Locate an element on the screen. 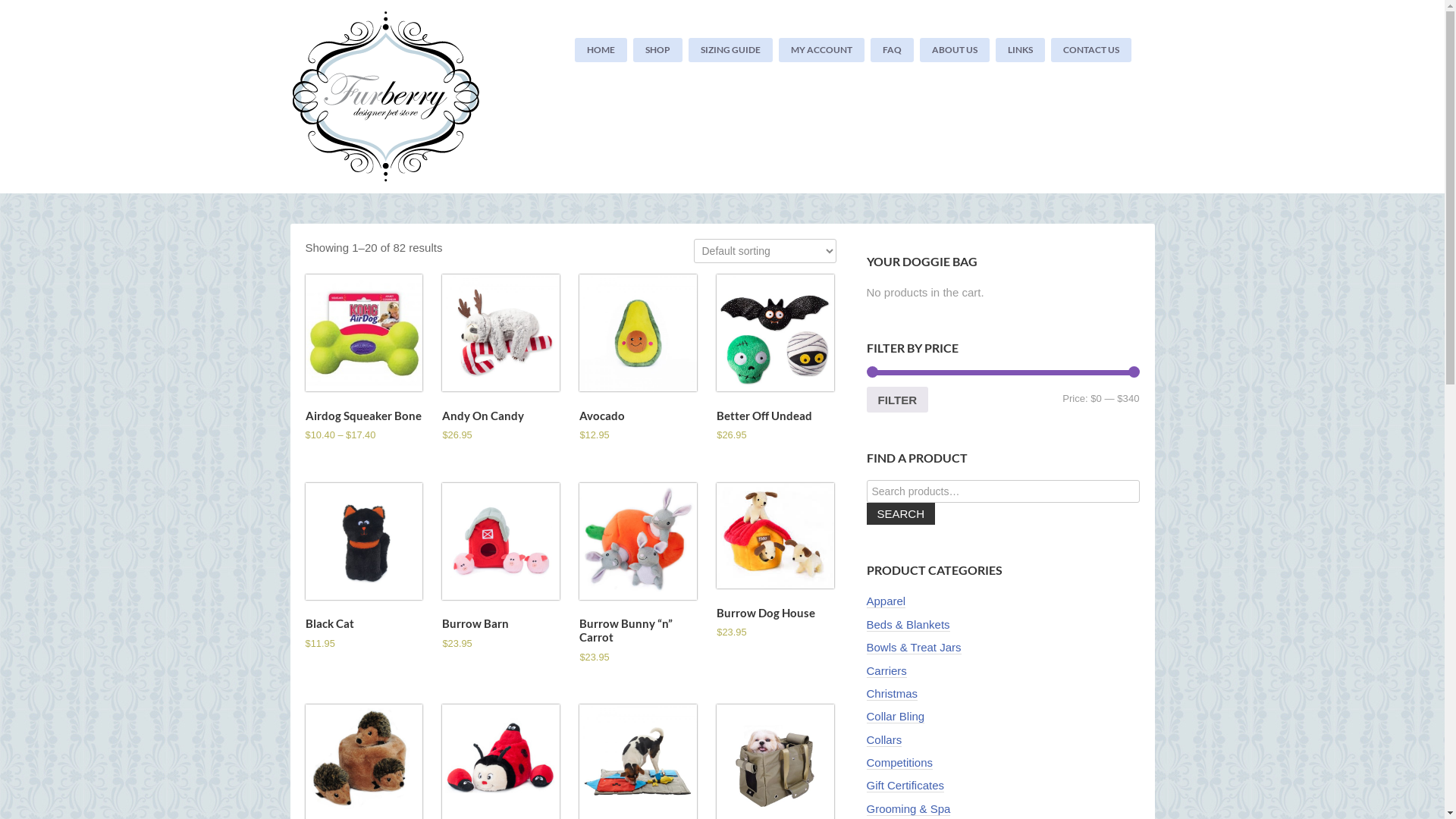  'Grooming & Spa' is located at coordinates (866, 808).